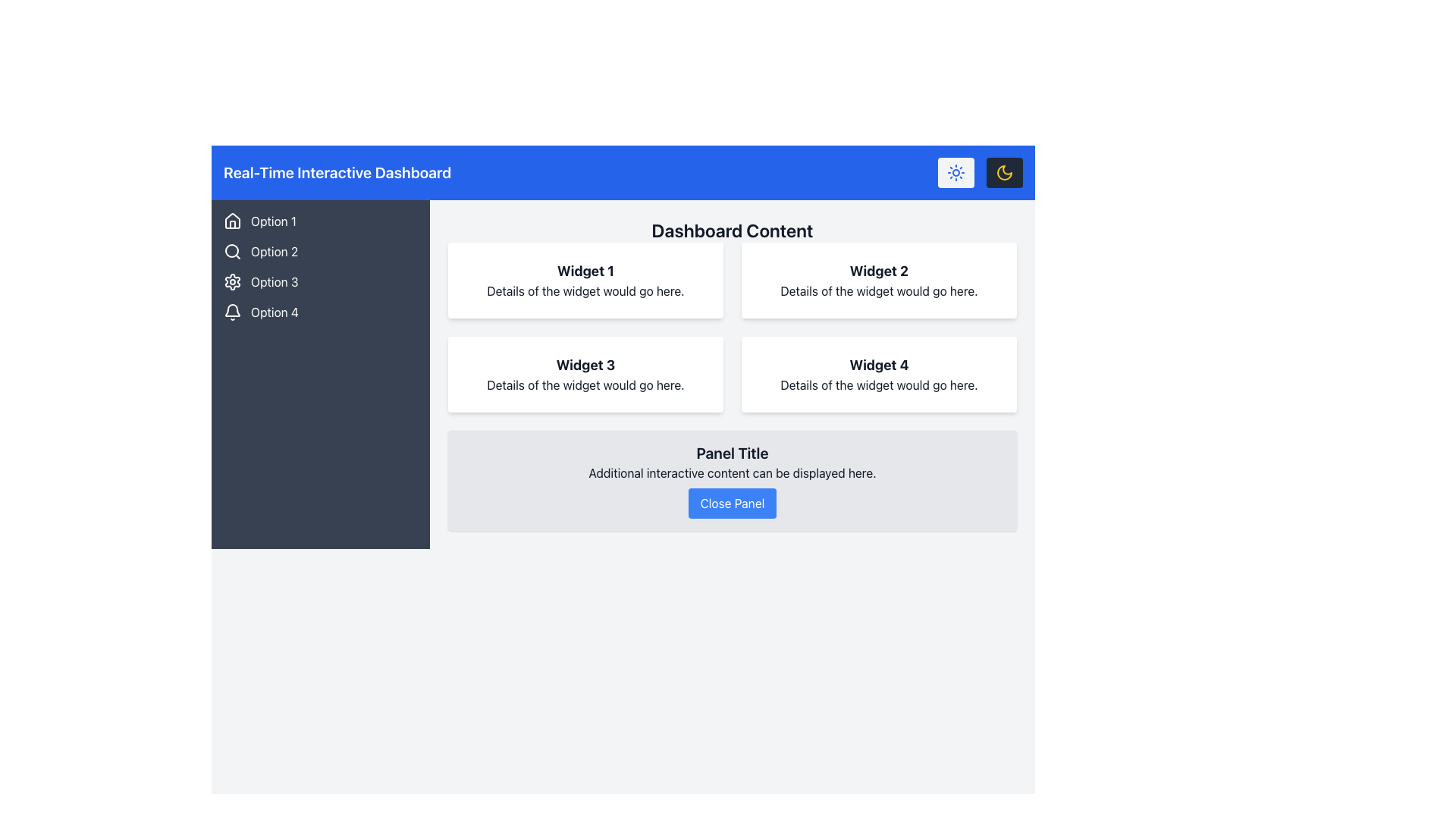 This screenshot has width=1456, height=819. Describe the element at coordinates (232, 250) in the screenshot. I see `the 'Option 2' navigation icon, which is located in the left-hand navigation bar and serves as a visual indicator for search functionality` at that location.